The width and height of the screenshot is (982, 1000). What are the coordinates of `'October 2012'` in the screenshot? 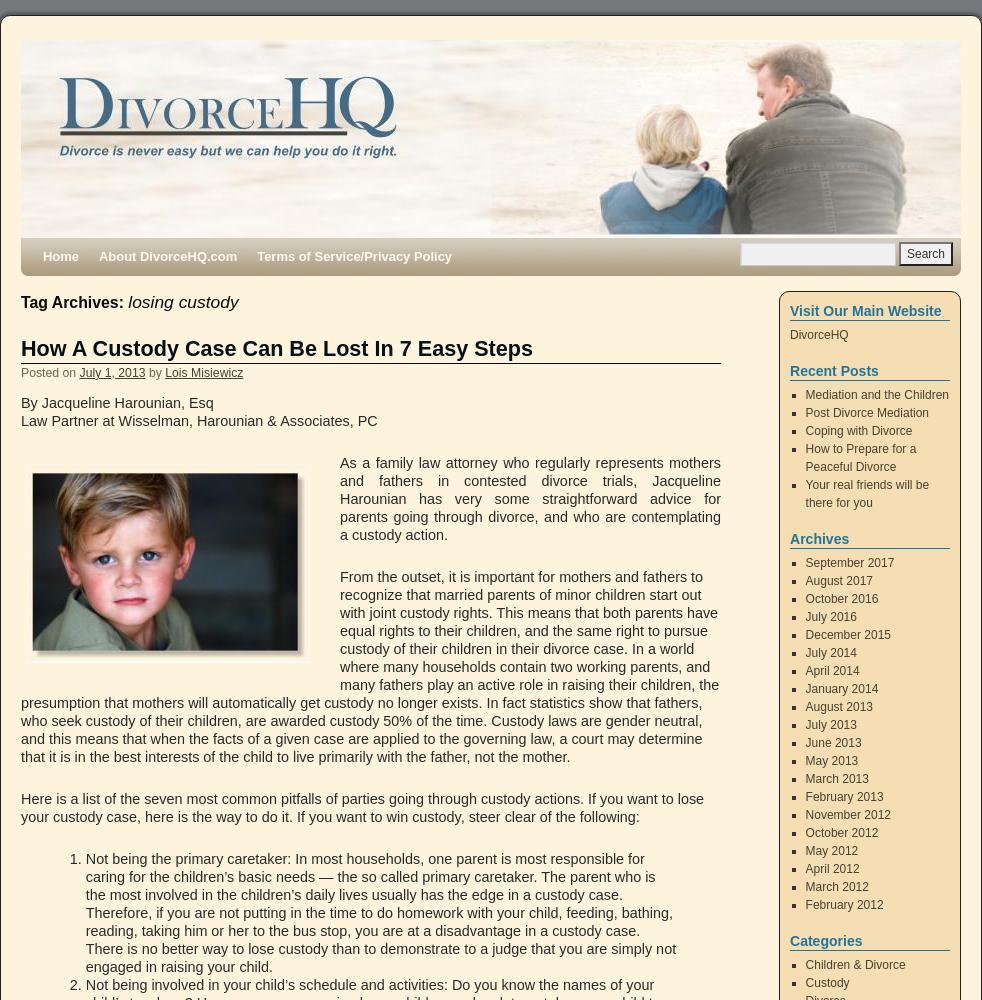 It's located at (841, 832).